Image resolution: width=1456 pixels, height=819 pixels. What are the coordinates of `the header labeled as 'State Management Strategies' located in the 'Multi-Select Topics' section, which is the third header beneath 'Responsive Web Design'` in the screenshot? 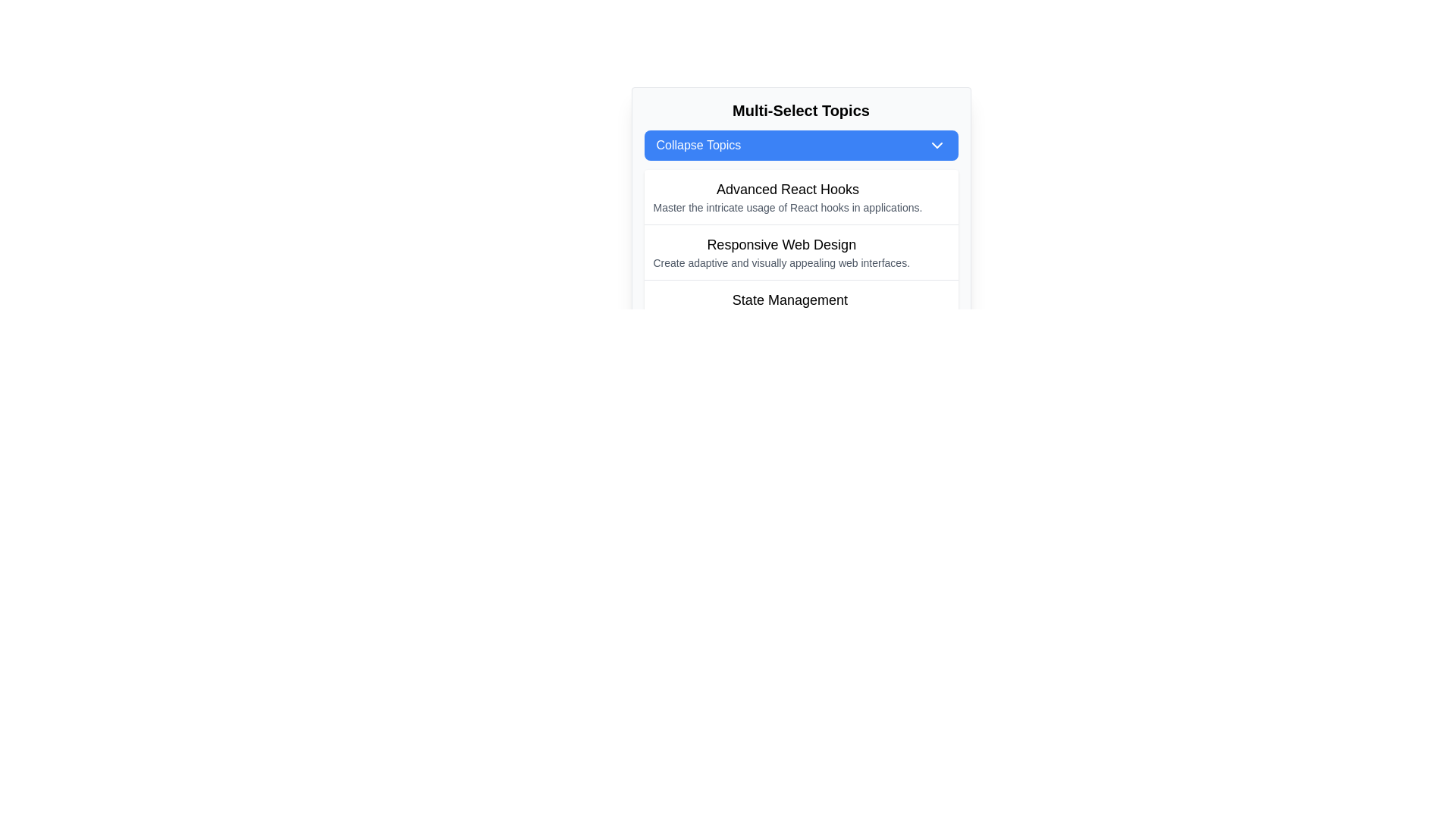 It's located at (789, 300).